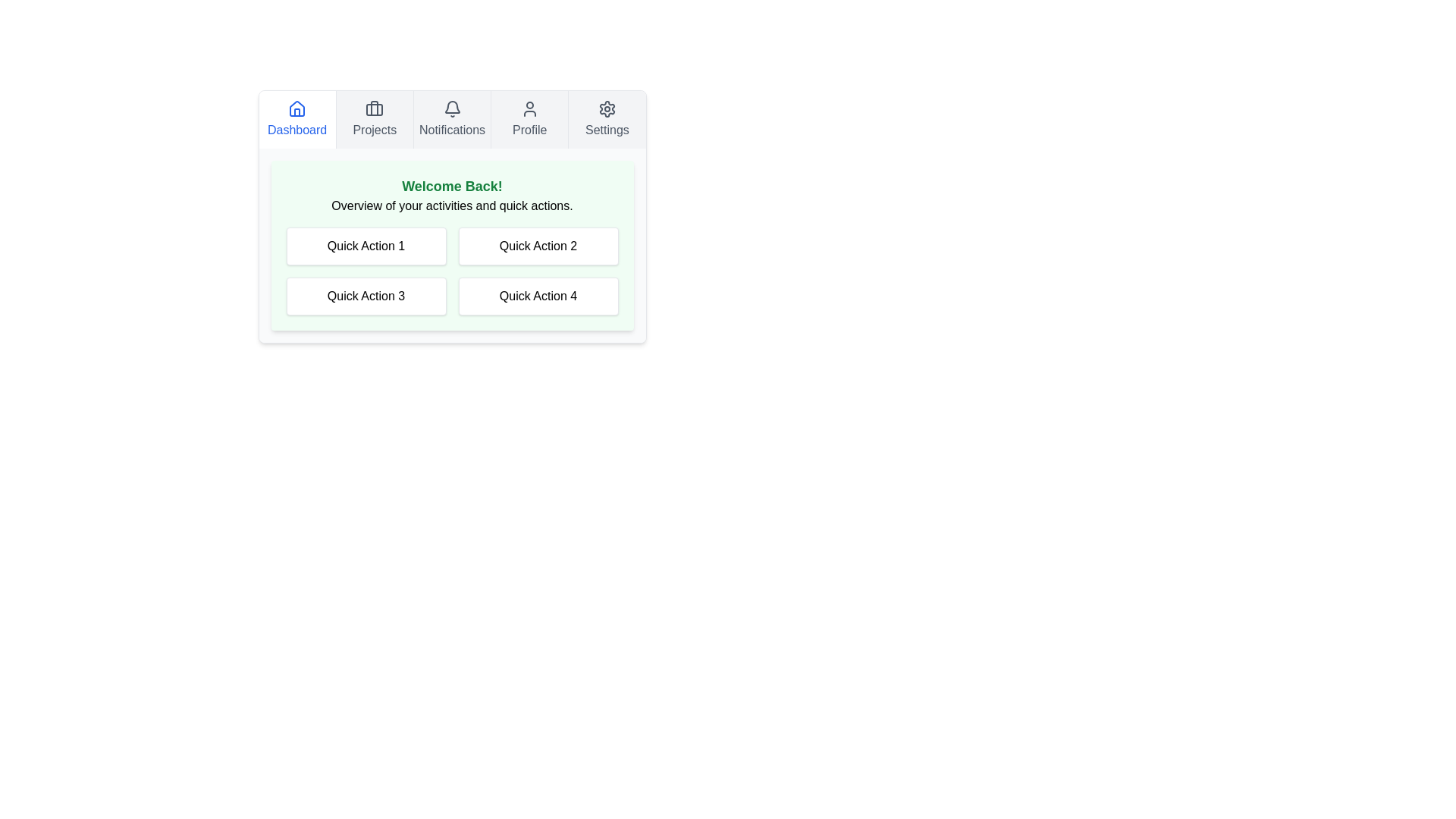 Image resolution: width=1456 pixels, height=819 pixels. What do you see at coordinates (297, 119) in the screenshot?
I see `the navigation item located at the top-left region of the interface, which serves as a link to the dashboard or home section of the application` at bounding box center [297, 119].